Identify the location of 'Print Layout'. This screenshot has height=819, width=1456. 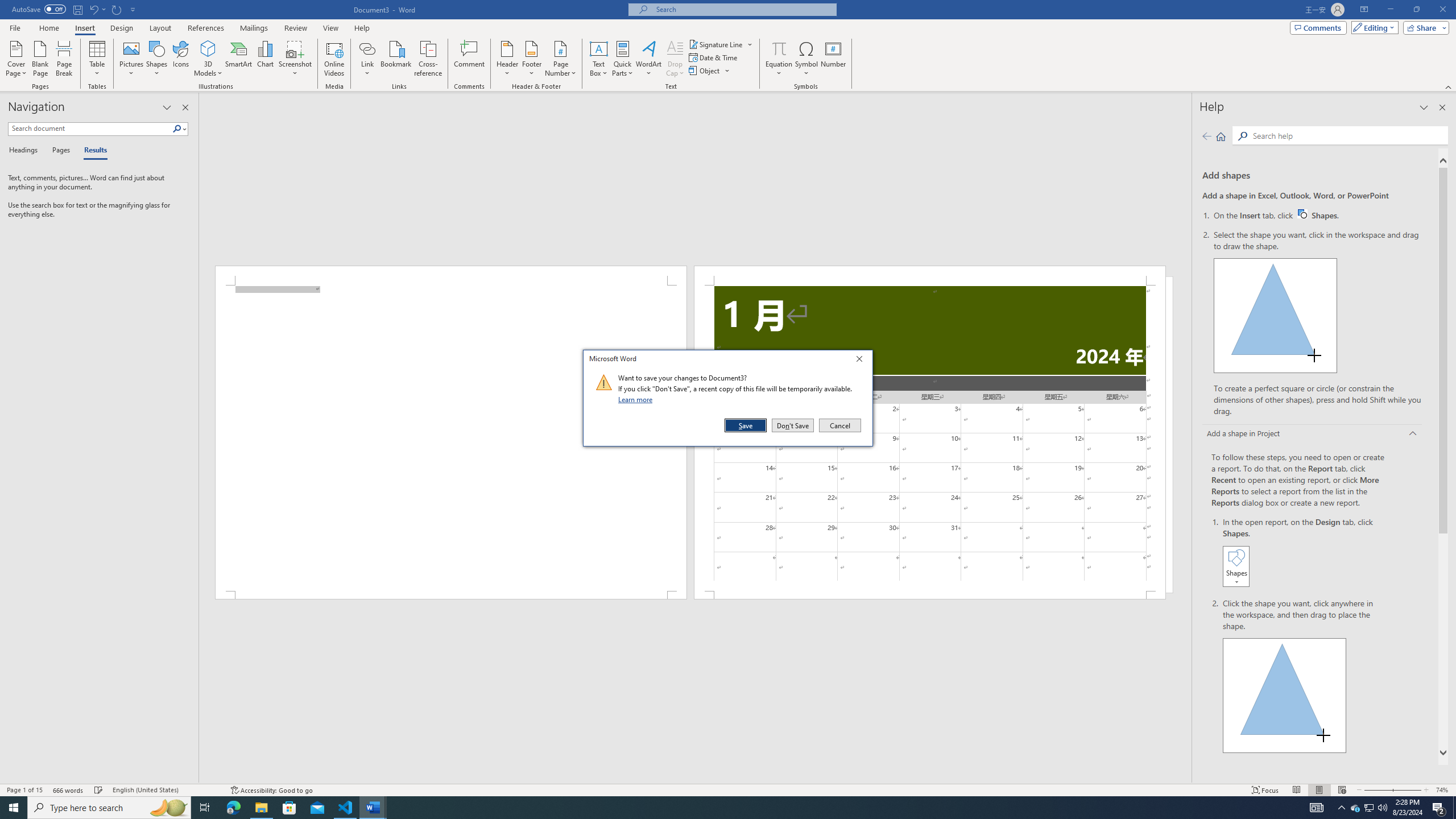
(1319, 790).